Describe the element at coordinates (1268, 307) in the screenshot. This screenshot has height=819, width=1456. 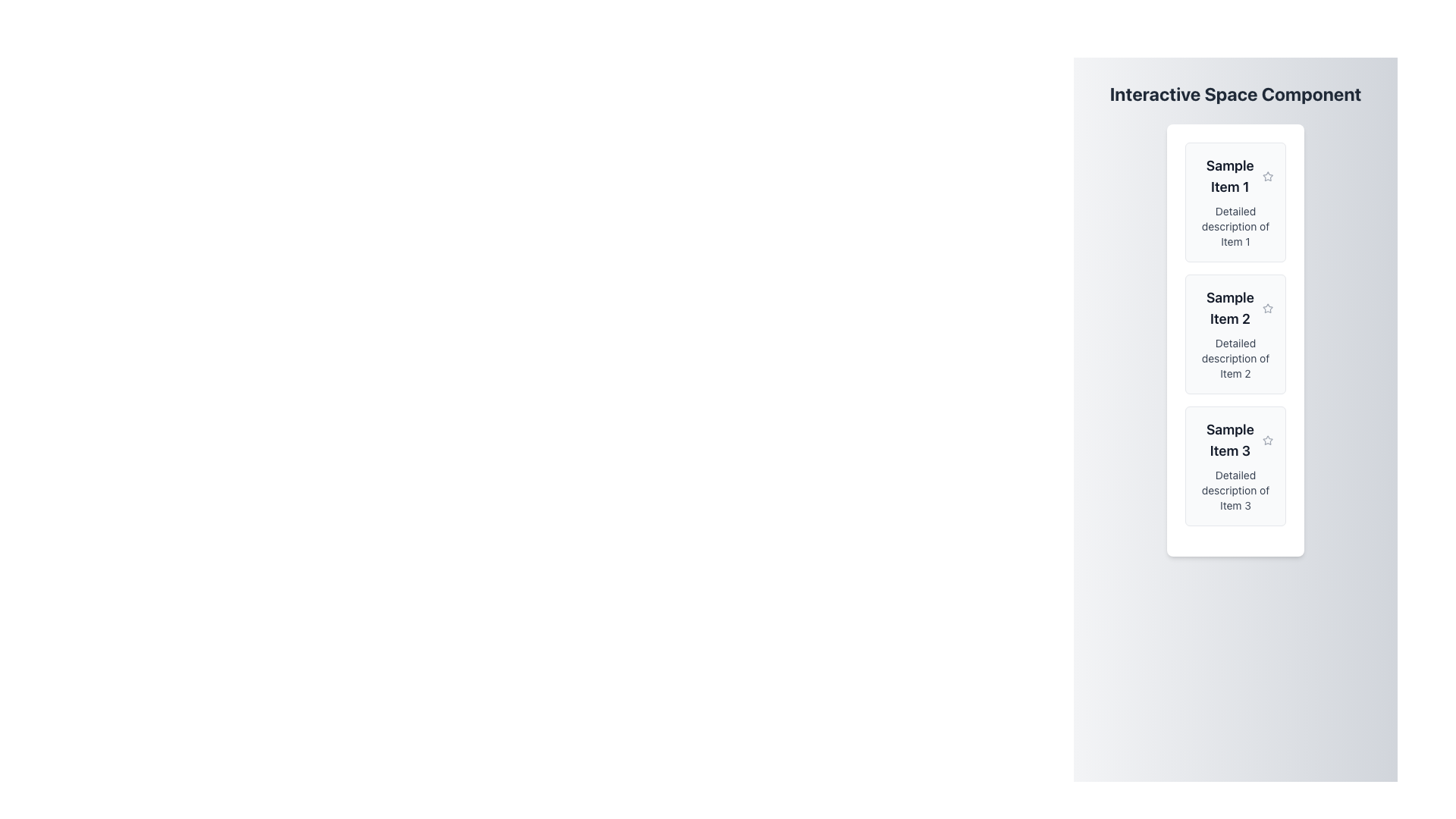
I see `the favorite indicator icon for 'Sample Item 2'` at that location.